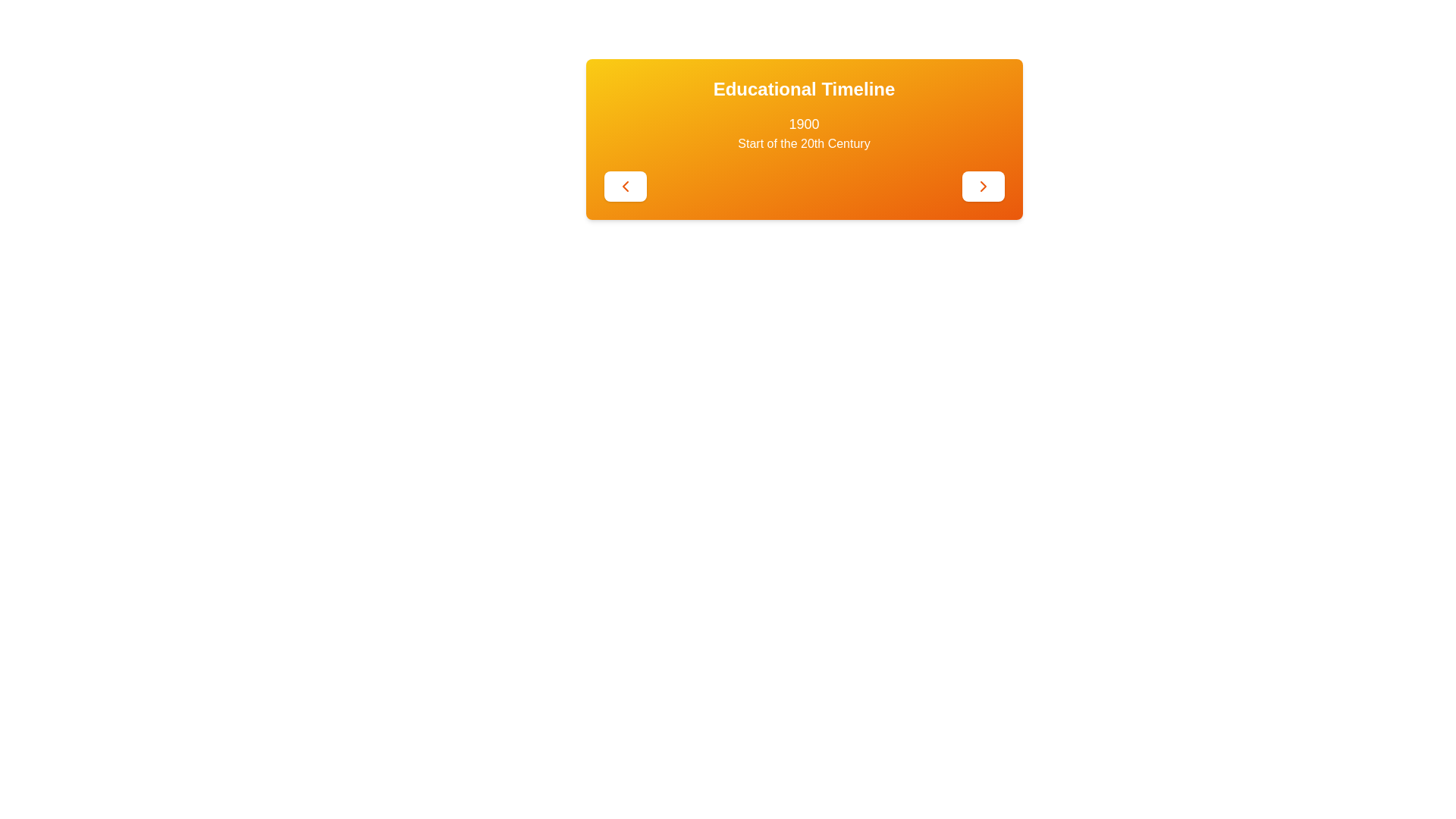  What do you see at coordinates (803, 89) in the screenshot?
I see `the Text Label that serves as the title for the 'Educational Timeline', positioned at the top of the gradient background` at bounding box center [803, 89].